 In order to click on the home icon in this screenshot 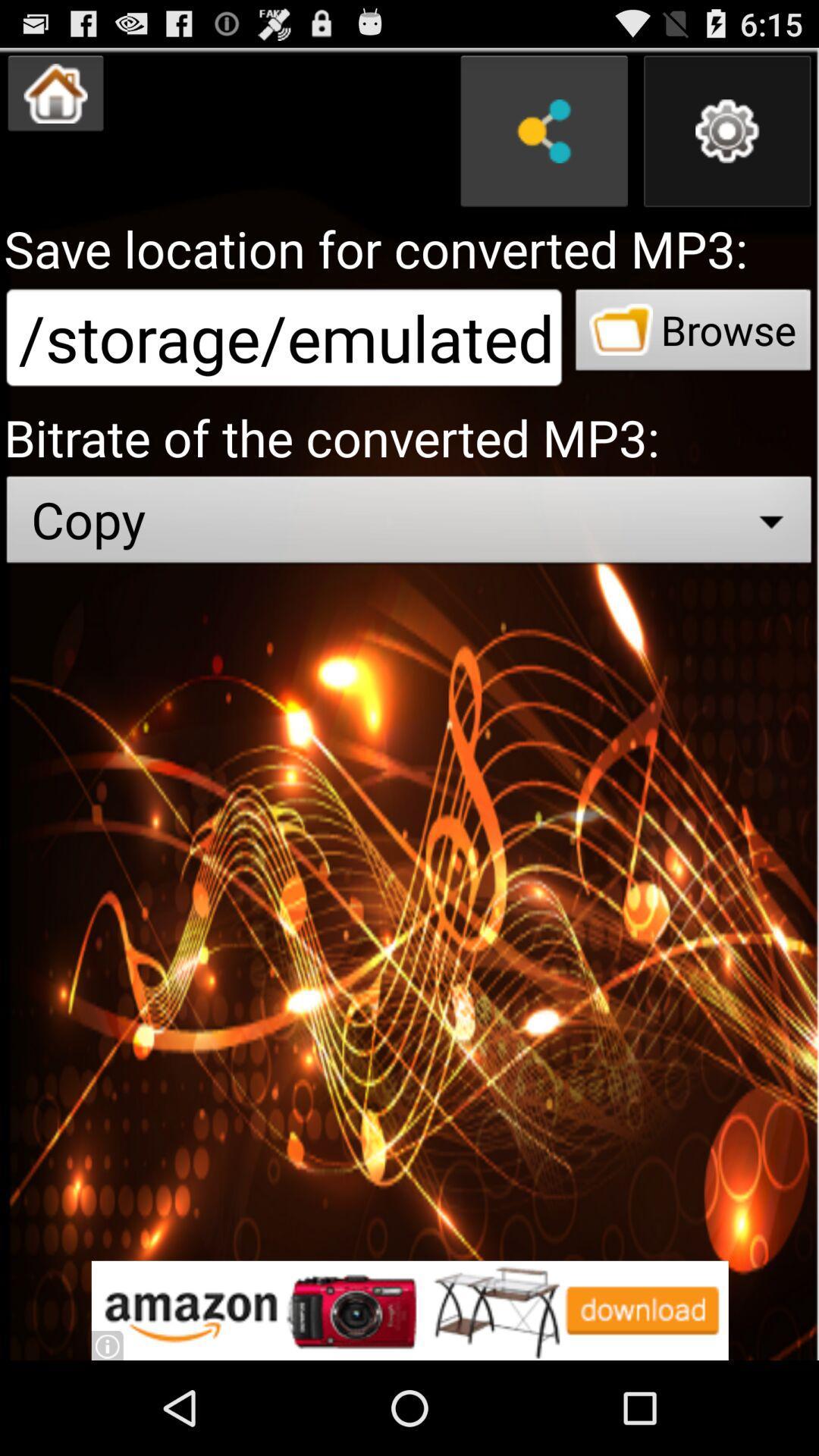, I will do `click(55, 99)`.